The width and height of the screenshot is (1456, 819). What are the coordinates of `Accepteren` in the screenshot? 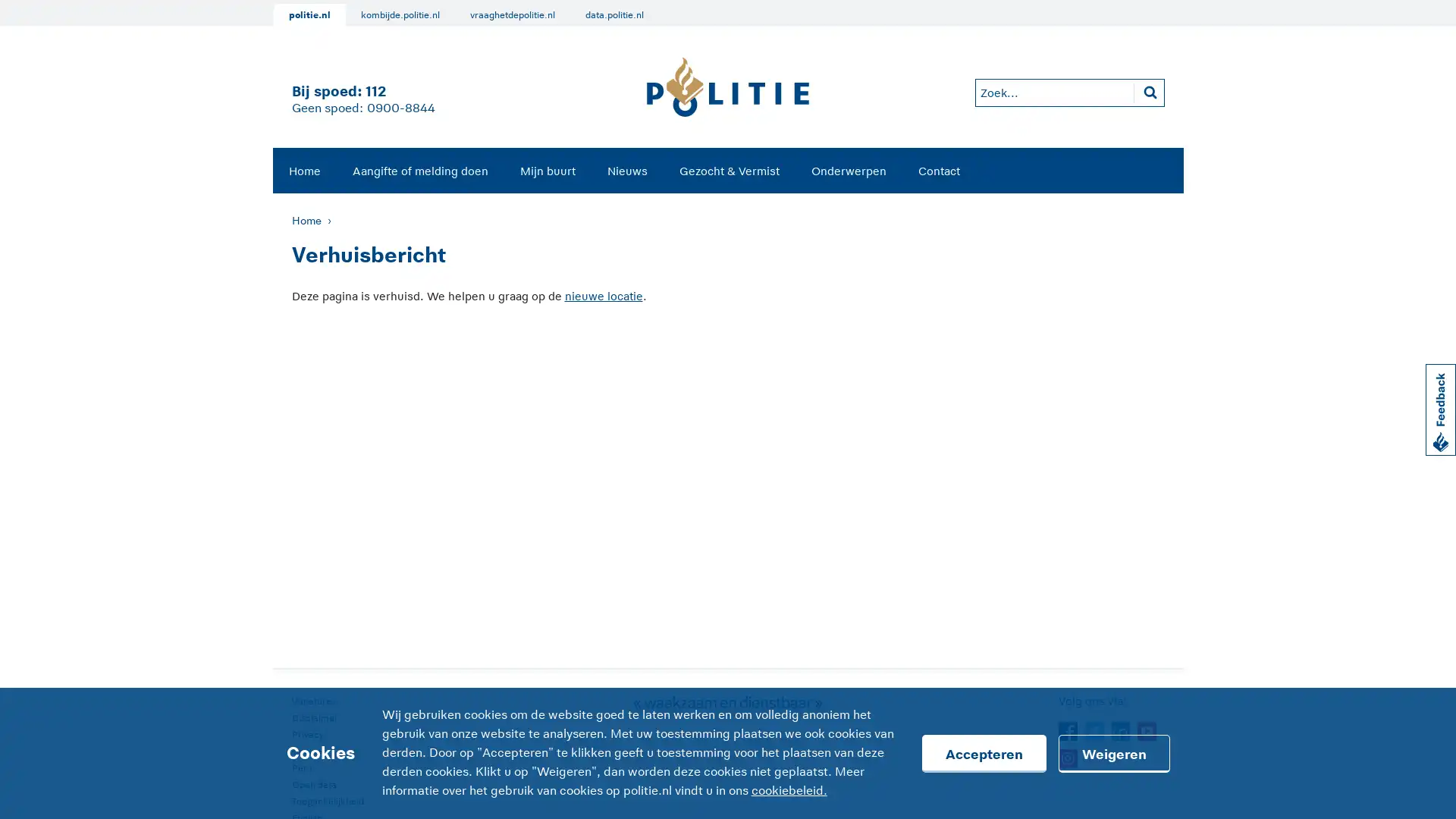 It's located at (983, 752).